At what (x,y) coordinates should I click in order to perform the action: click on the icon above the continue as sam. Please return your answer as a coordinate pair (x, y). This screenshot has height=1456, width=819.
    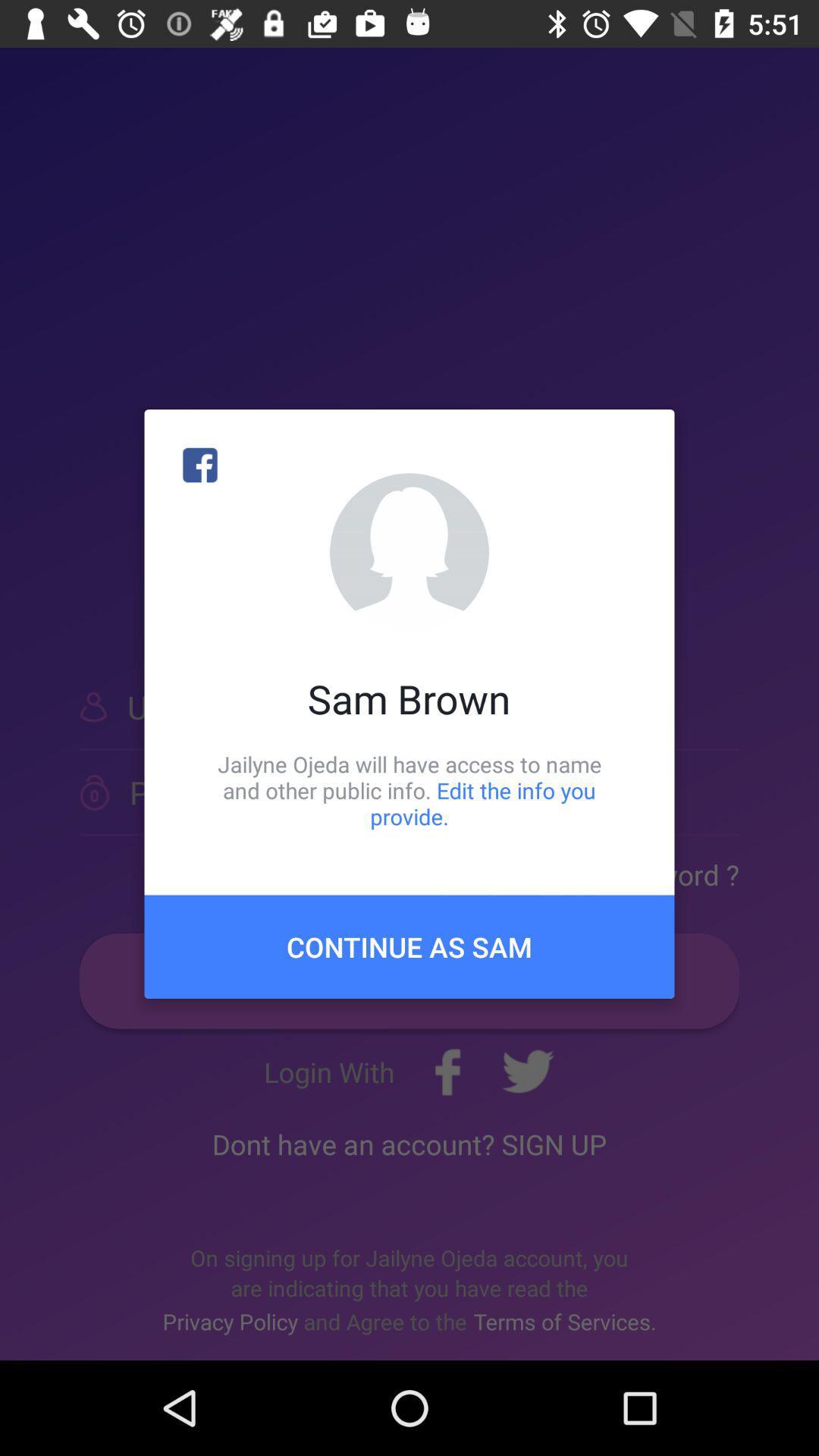
    Looking at the image, I should click on (409, 789).